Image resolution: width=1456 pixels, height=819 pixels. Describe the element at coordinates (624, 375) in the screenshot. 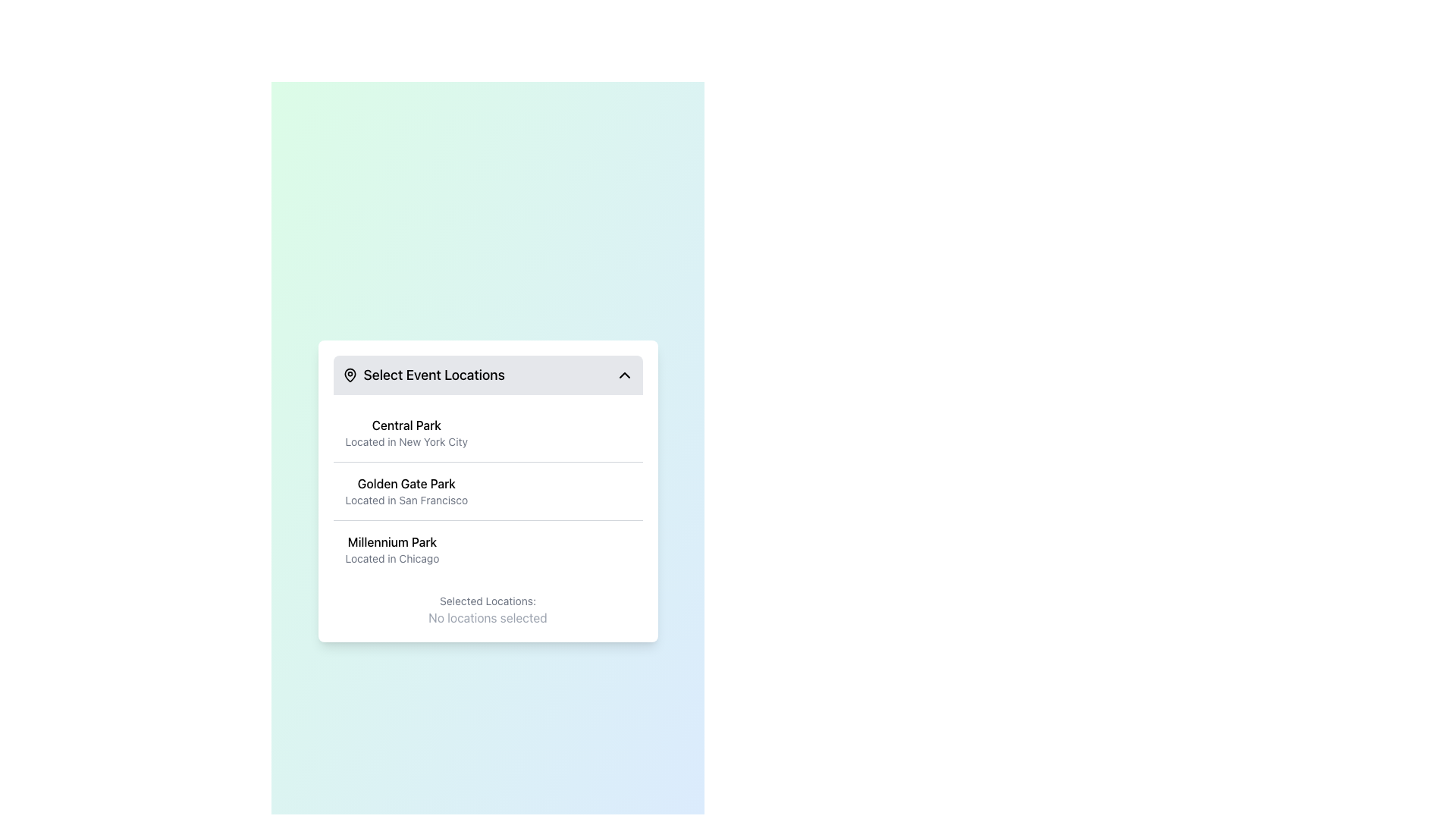

I see `the dropdown toggle icon located at the top-right corner of the 'Select Event Locations' panel header` at that location.